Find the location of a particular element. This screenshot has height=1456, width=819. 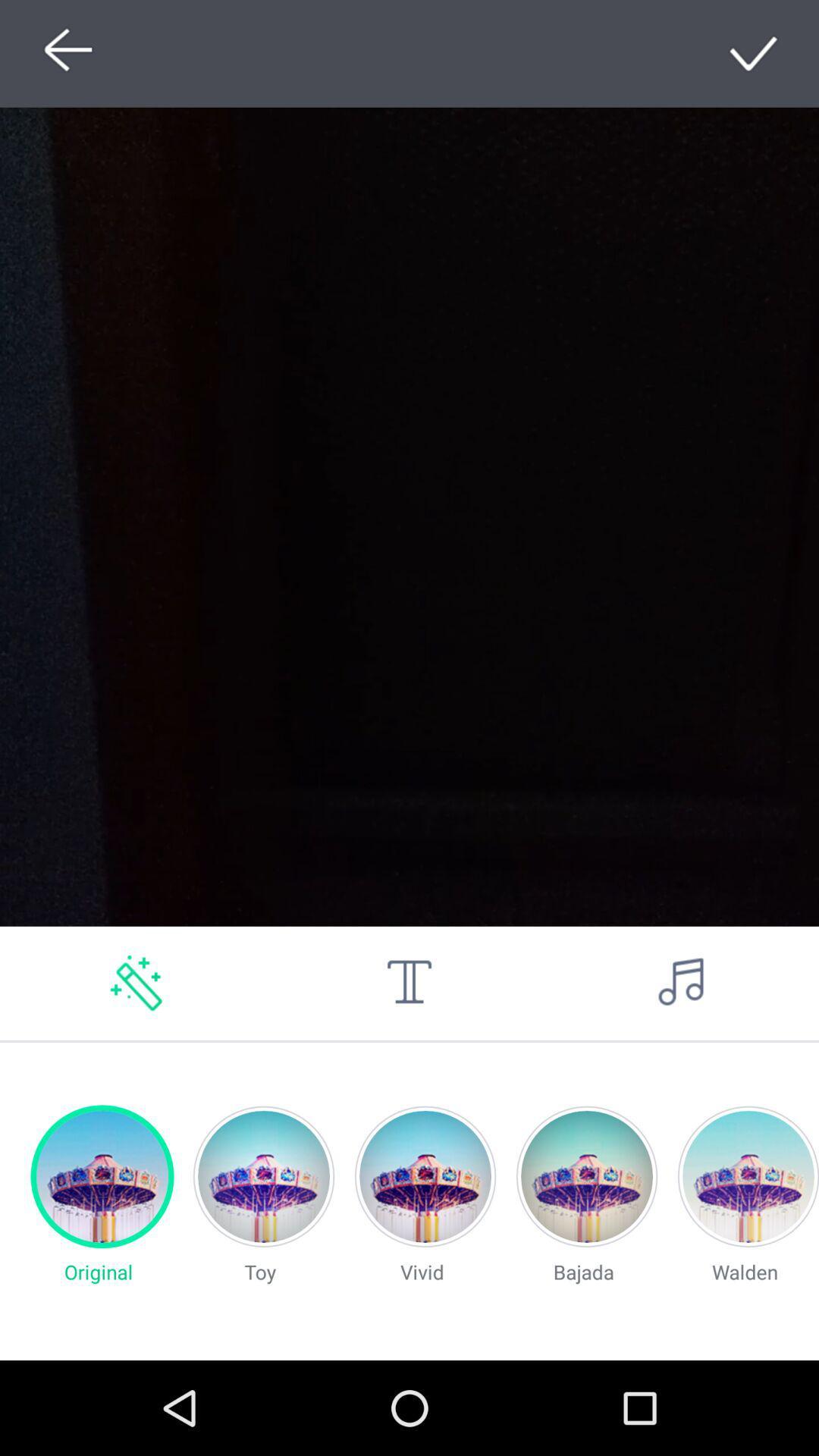

a magic wand icon is located at coordinates (136, 983).